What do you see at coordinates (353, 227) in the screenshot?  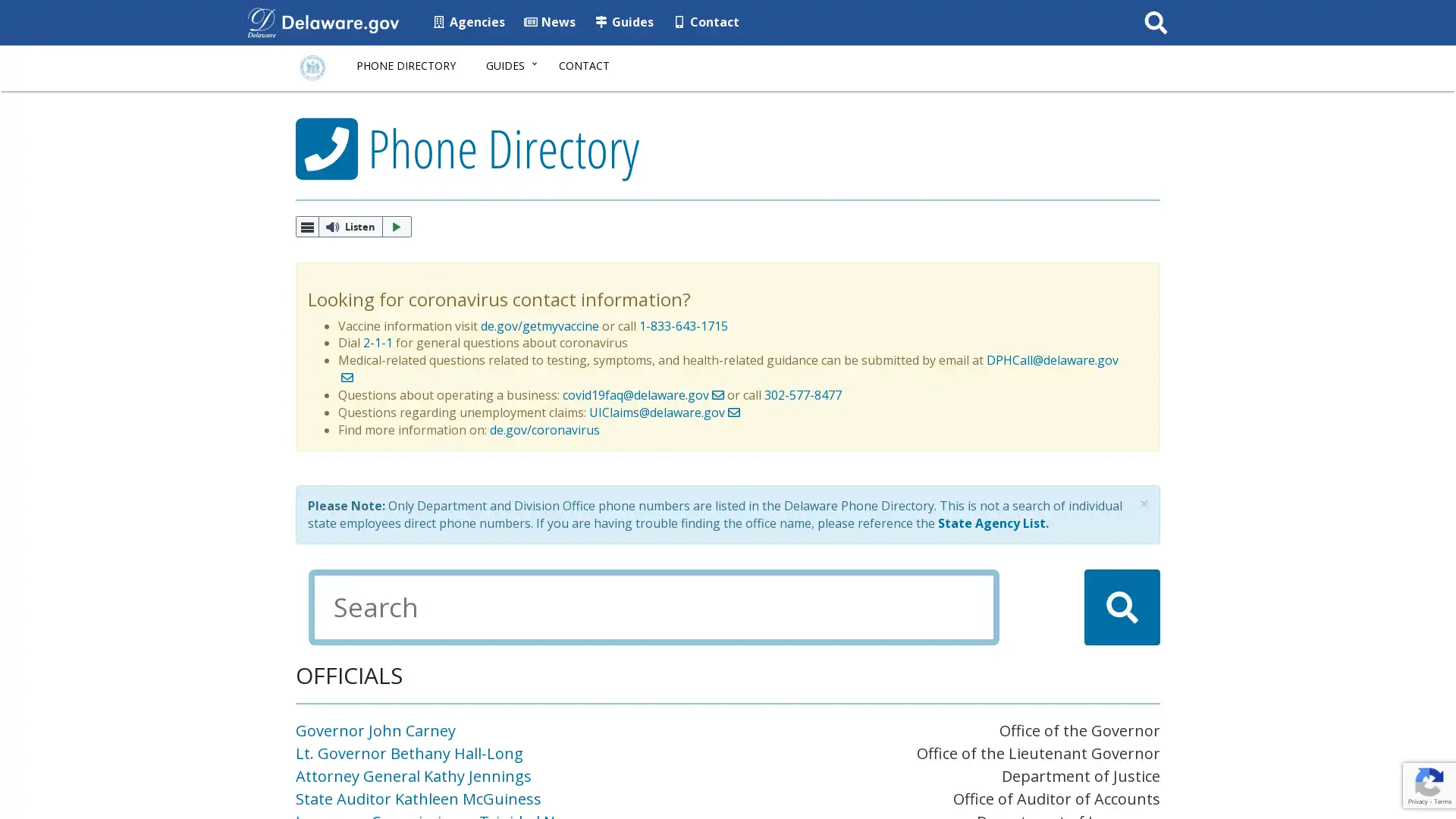 I see `ReadSpeaker webReader: Listen with webReader` at bounding box center [353, 227].